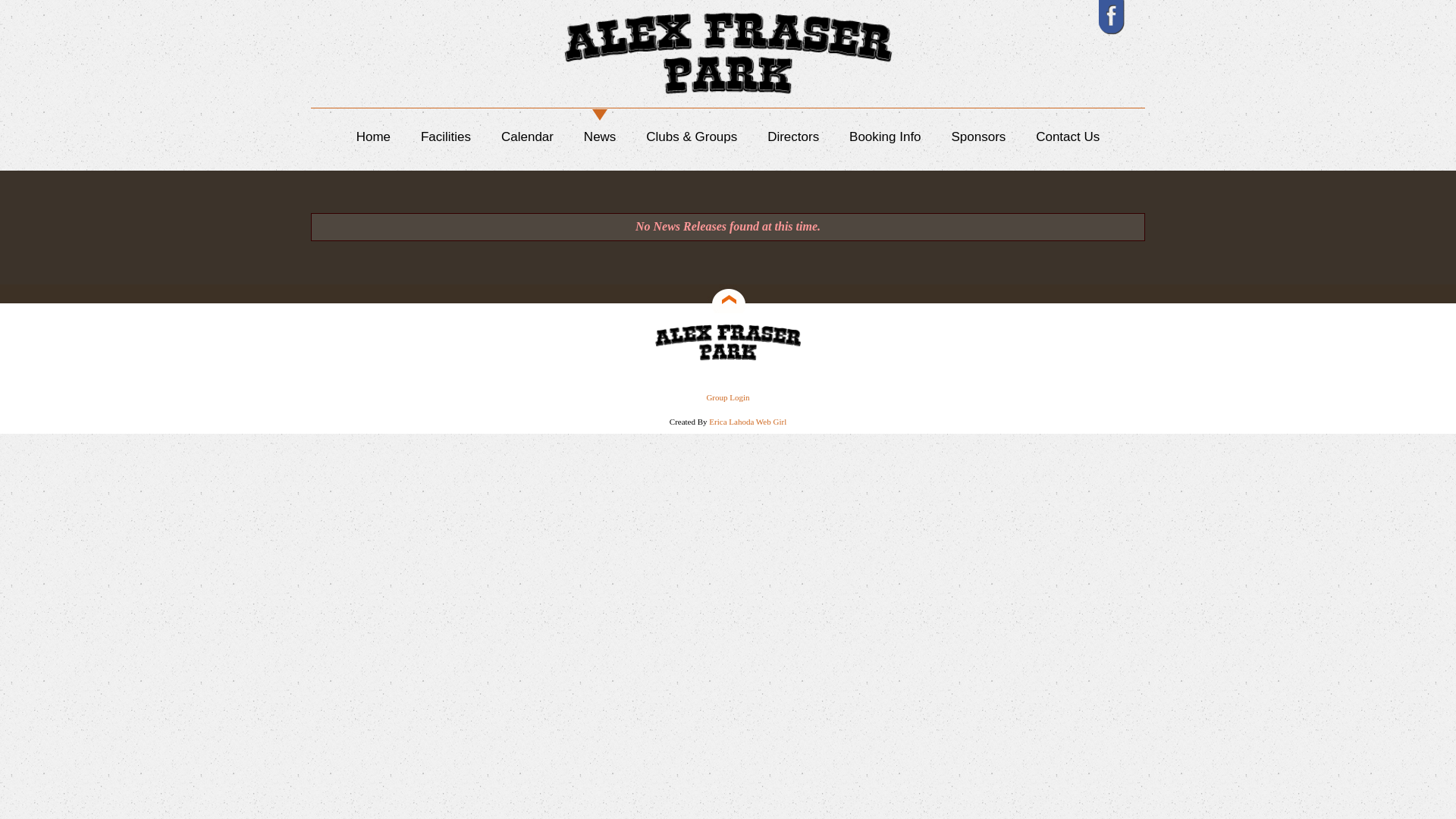 This screenshot has height=819, width=1456. What do you see at coordinates (599, 136) in the screenshot?
I see `'News'` at bounding box center [599, 136].